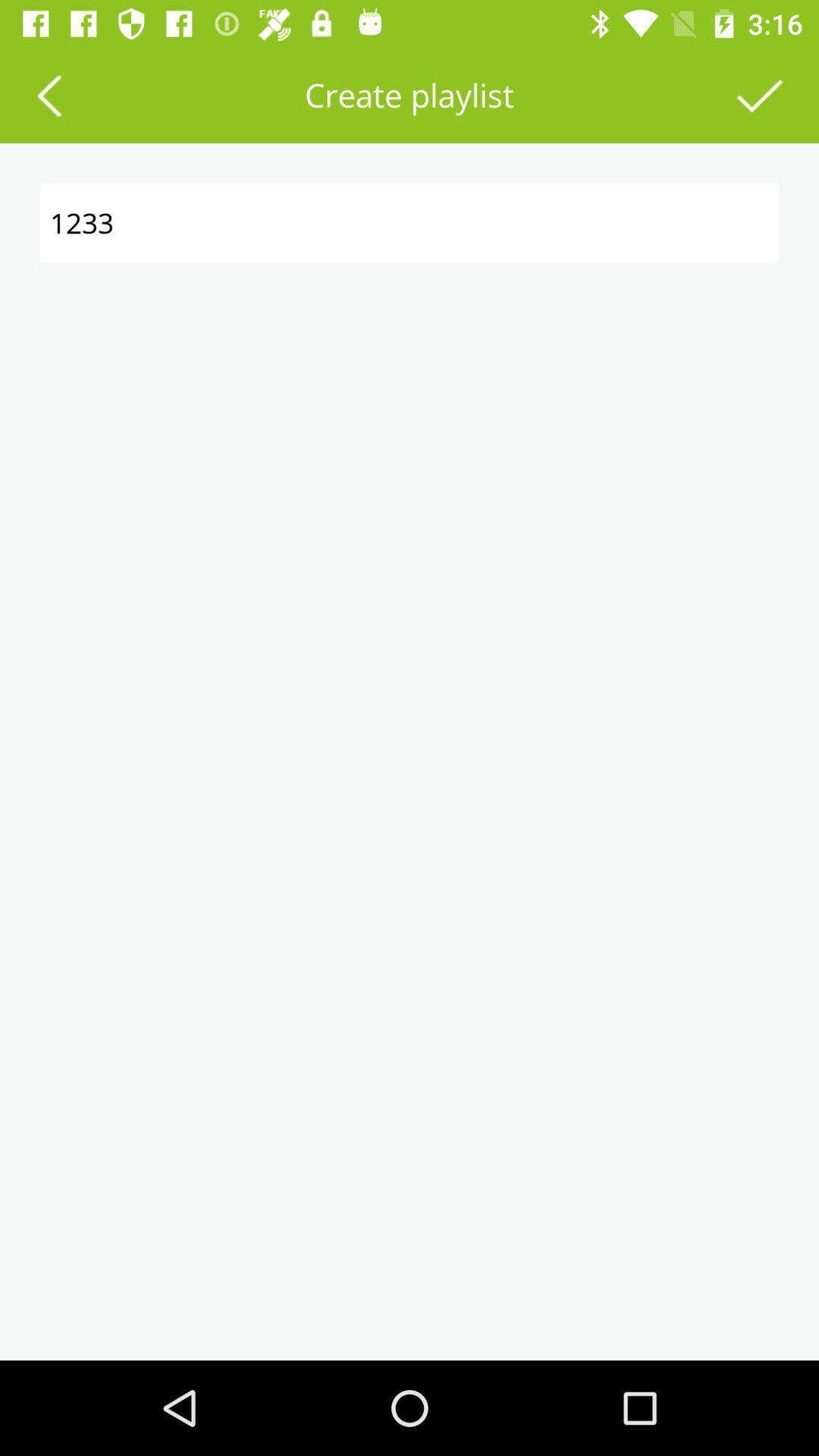 This screenshot has width=819, height=1456. I want to click on save, so click(760, 94).